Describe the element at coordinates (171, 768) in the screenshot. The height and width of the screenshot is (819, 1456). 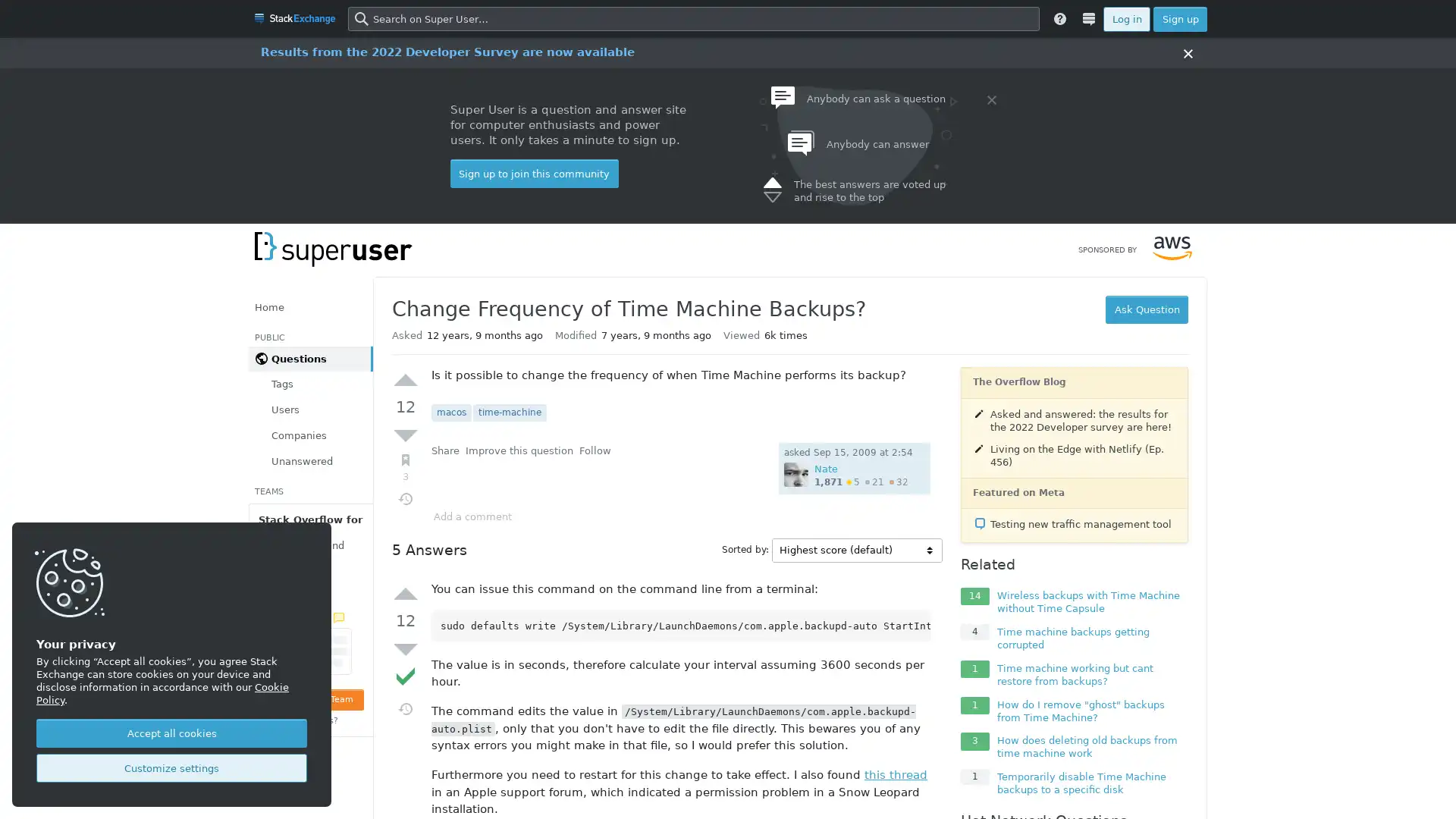
I see `Customize settings` at that location.